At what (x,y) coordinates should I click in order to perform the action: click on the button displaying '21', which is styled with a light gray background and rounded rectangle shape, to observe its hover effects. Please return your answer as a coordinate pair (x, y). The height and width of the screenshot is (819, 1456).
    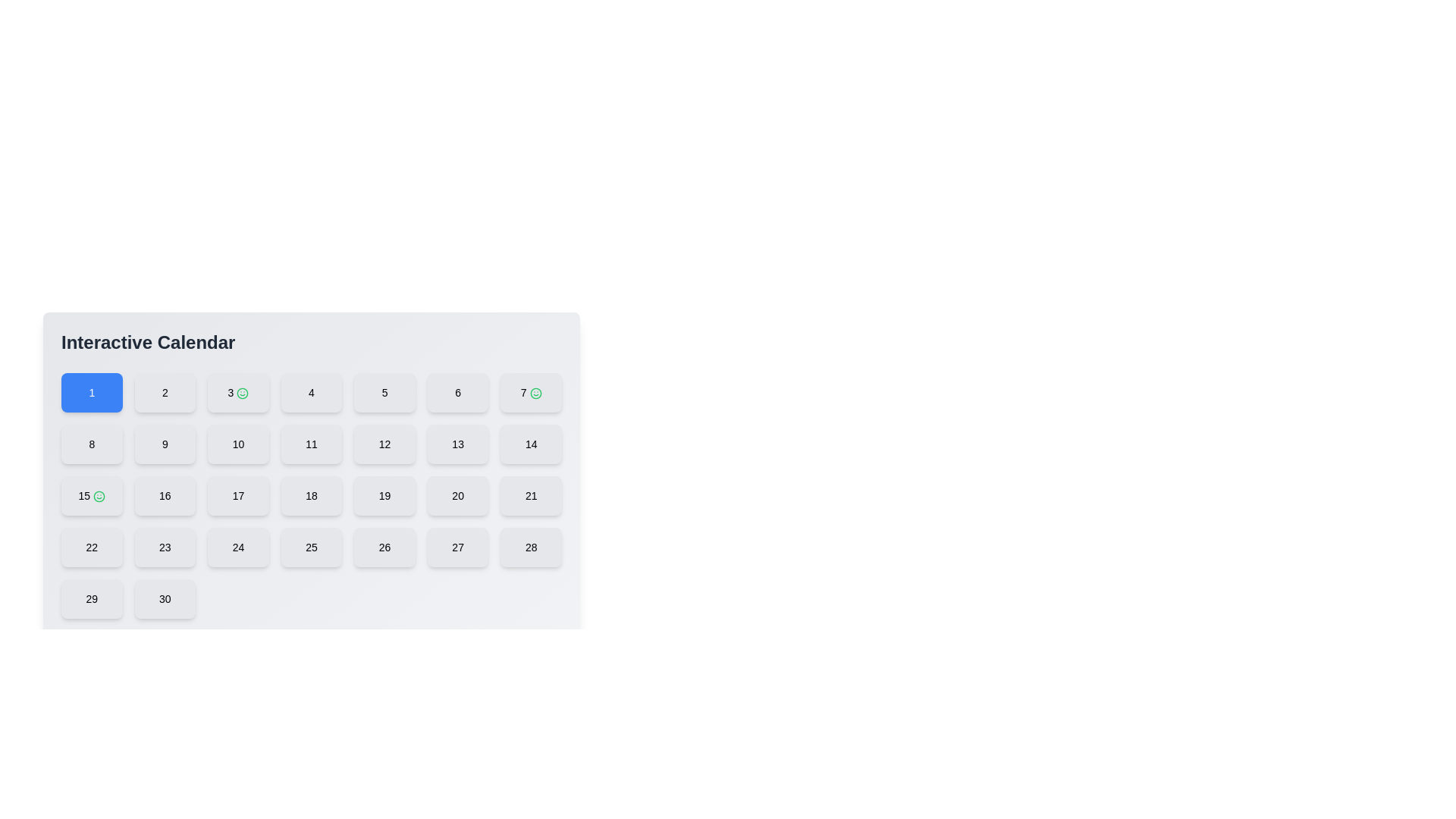
    Looking at the image, I should click on (531, 496).